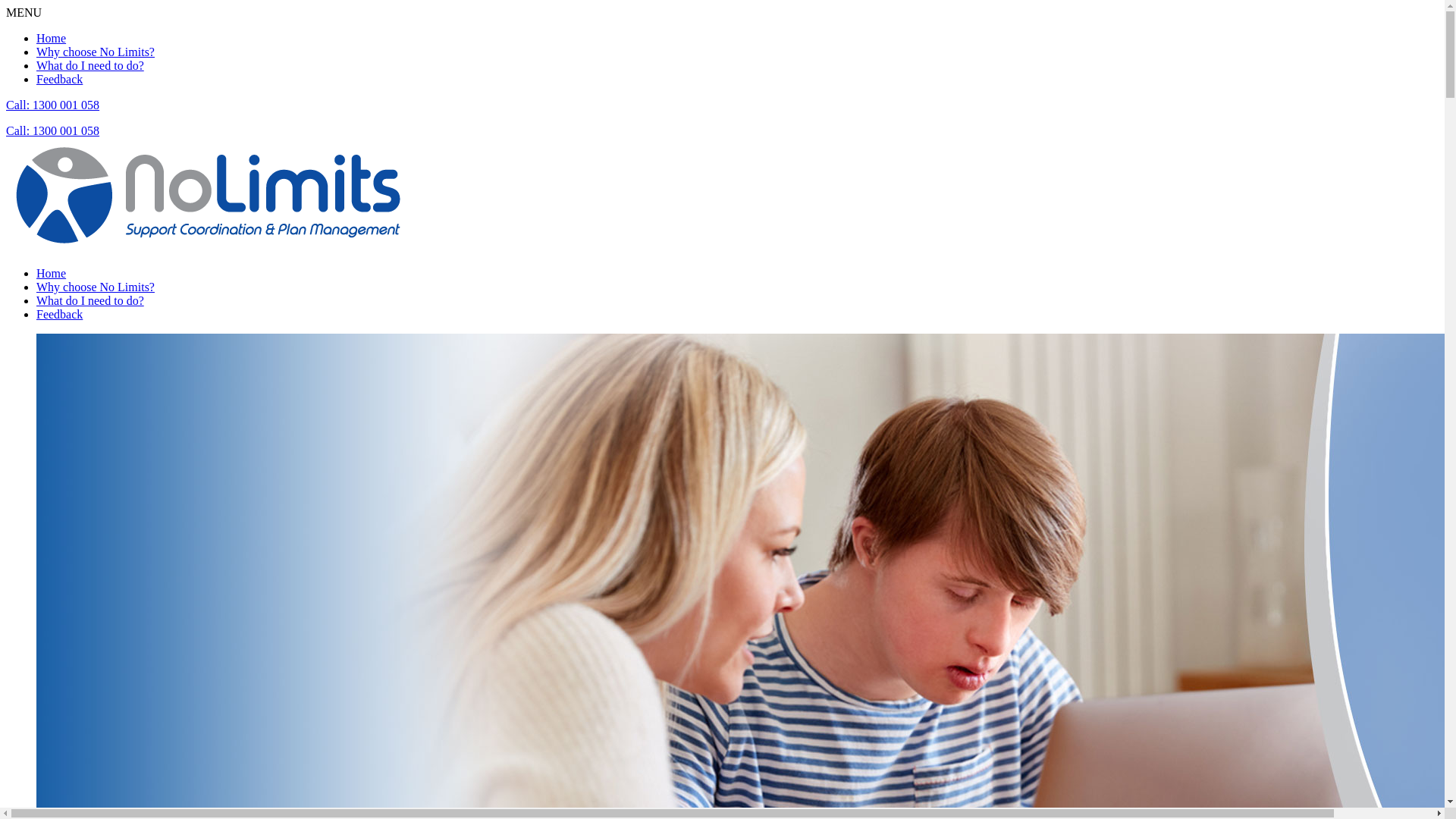  What do you see at coordinates (36, 79) in the screenshot?
I see `'Feedback'` at bounding box center [36, 79].